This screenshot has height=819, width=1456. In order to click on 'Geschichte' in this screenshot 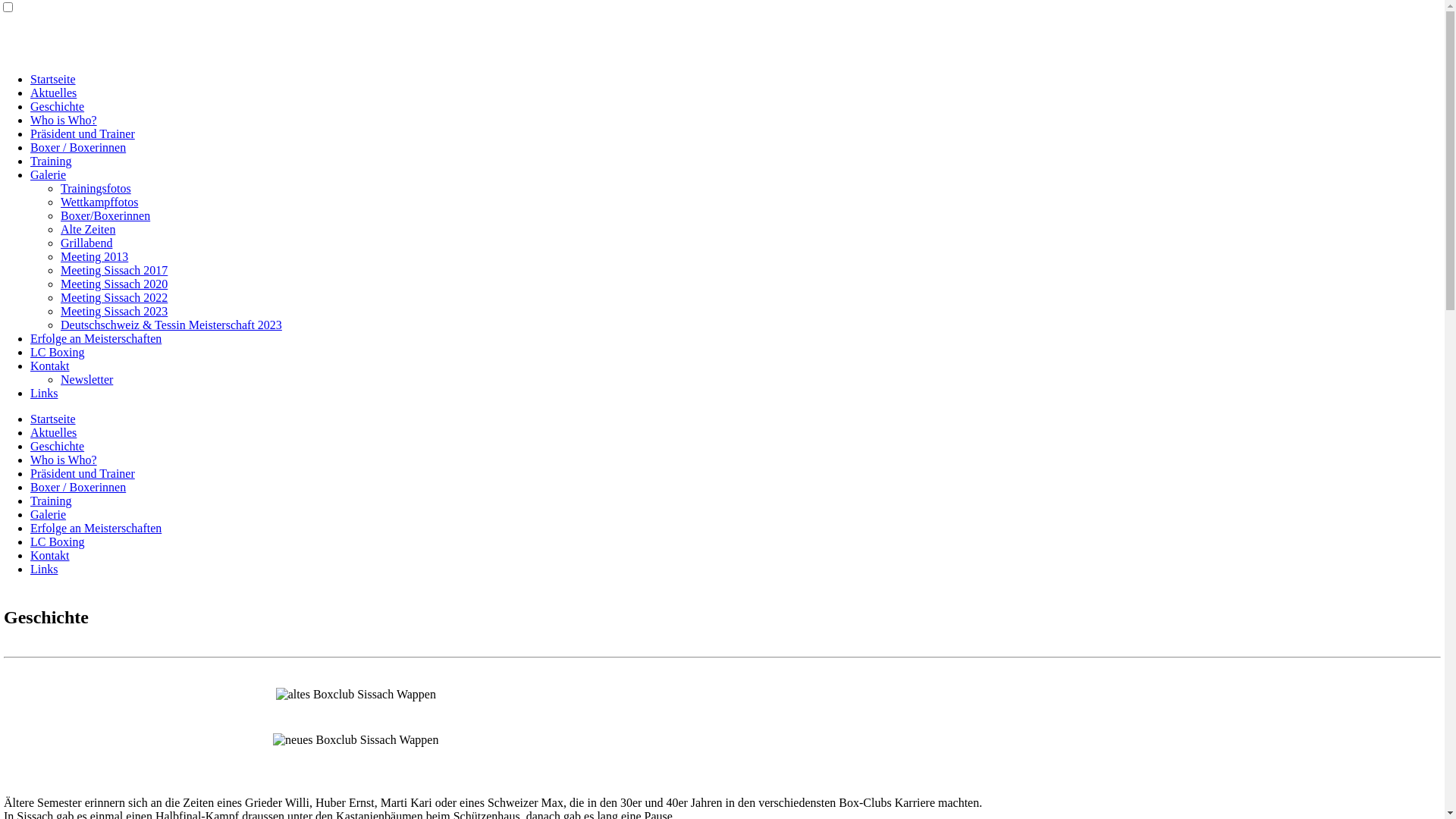, I will do `click(57, 445)`.